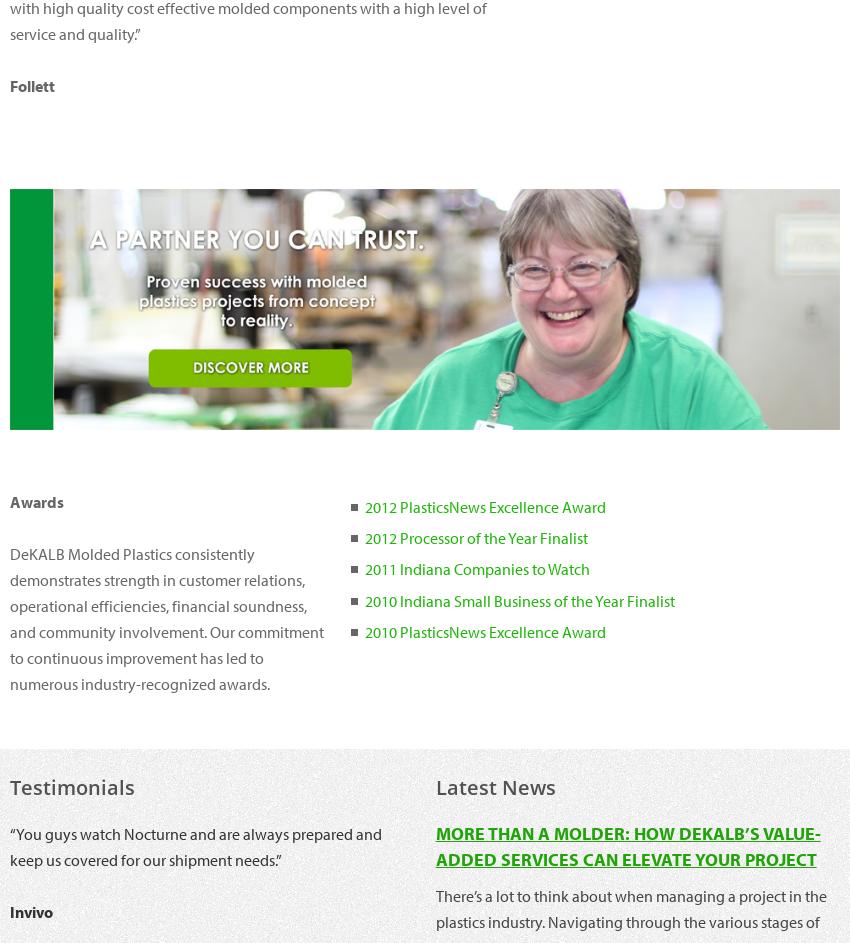 This screenshot has height=943, width=850. I want to click on '2012 Processor of the Year Finalist', so click(475, 537).